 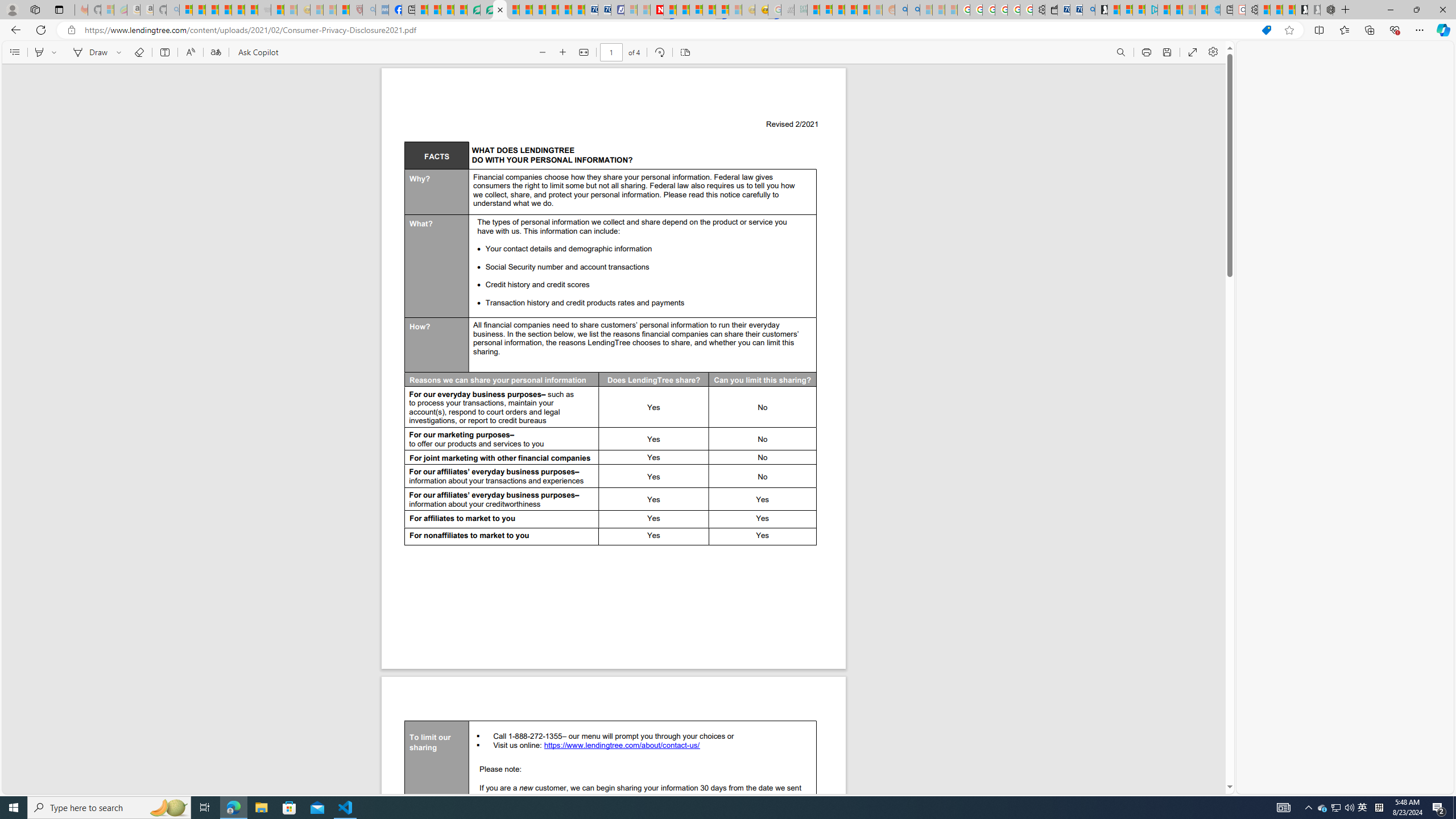 What do you see at coordinates (107, 9) in the screenshot?
I see `'Microsoft-Report a Concern to Bing - Sleeping'` at bounding box center [107, 9].